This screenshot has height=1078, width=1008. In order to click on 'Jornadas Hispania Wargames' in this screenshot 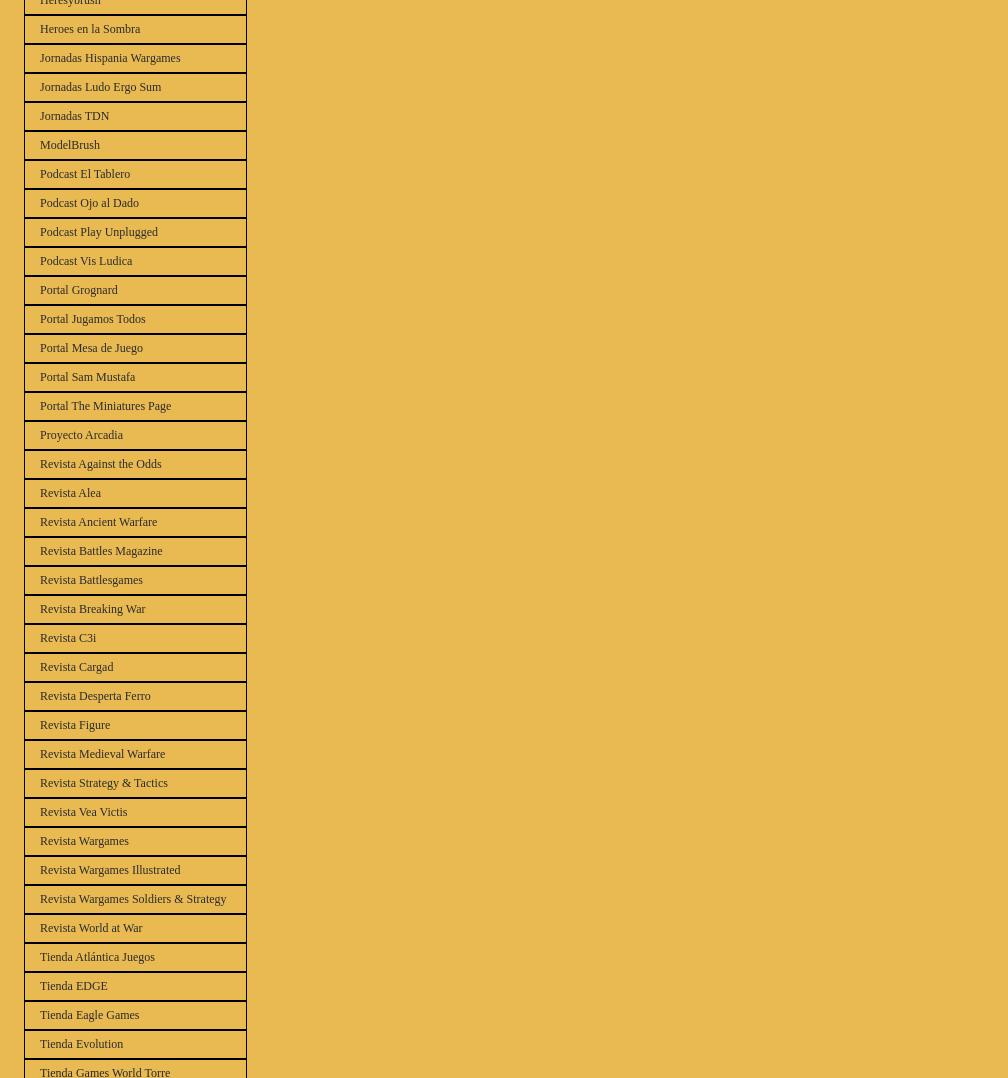, I will do `click(109, 57)`.